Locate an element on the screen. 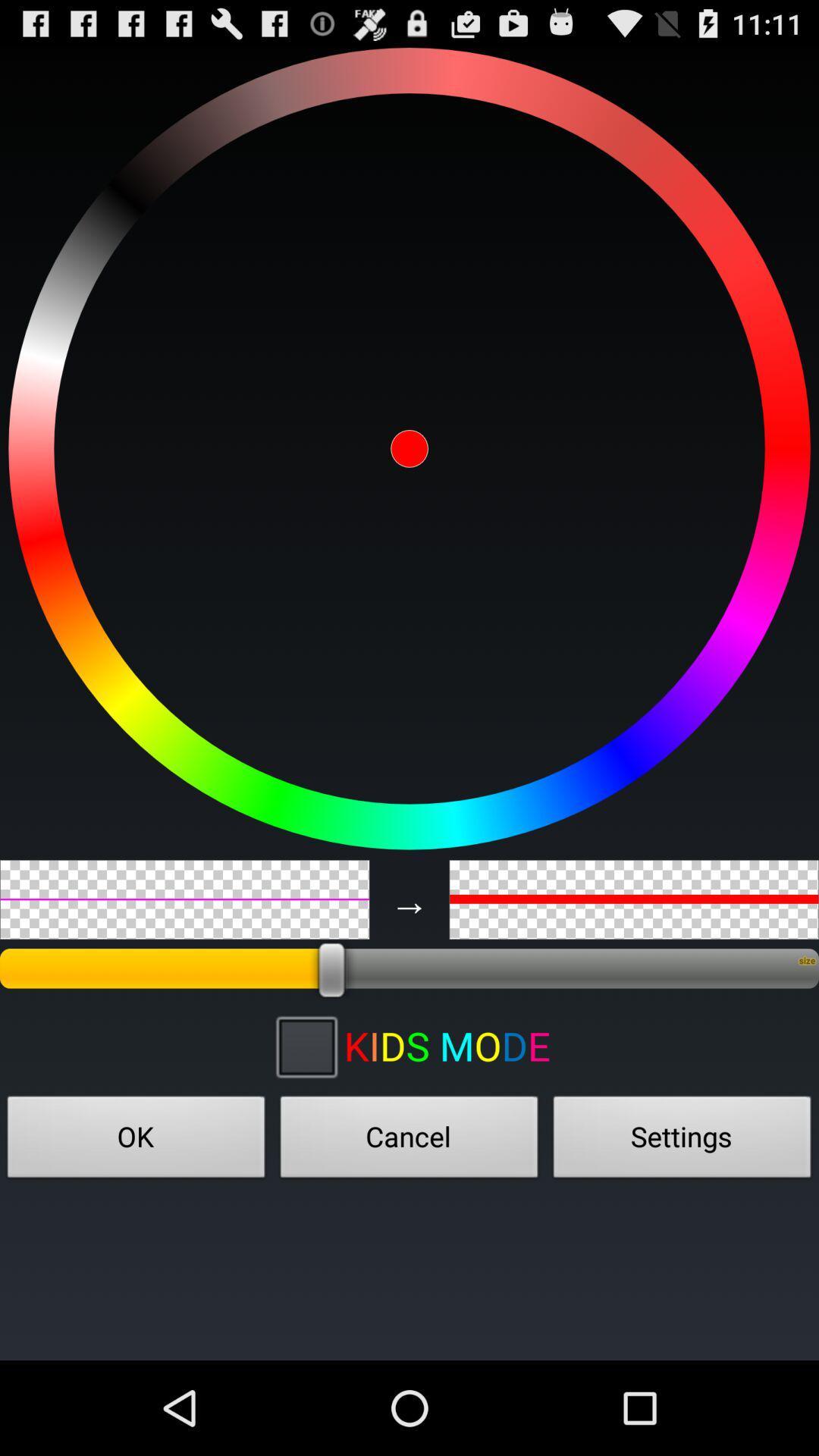 This screenshot has height=1456, width=819. the item next to the settings is located at coordinates (409, 1141).